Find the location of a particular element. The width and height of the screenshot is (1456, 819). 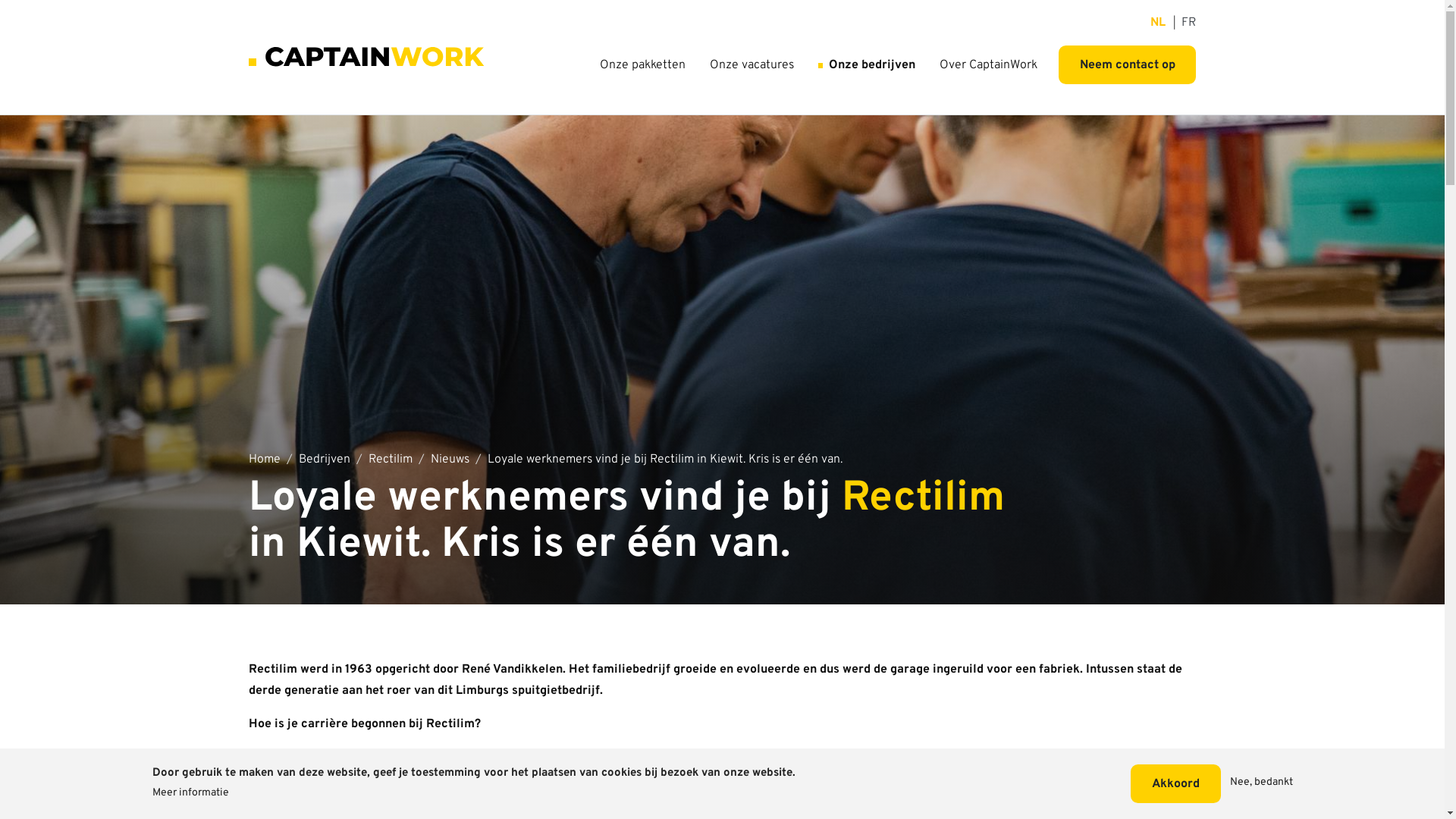

'Over CaptainWork' is located at coordinates (988, 64).